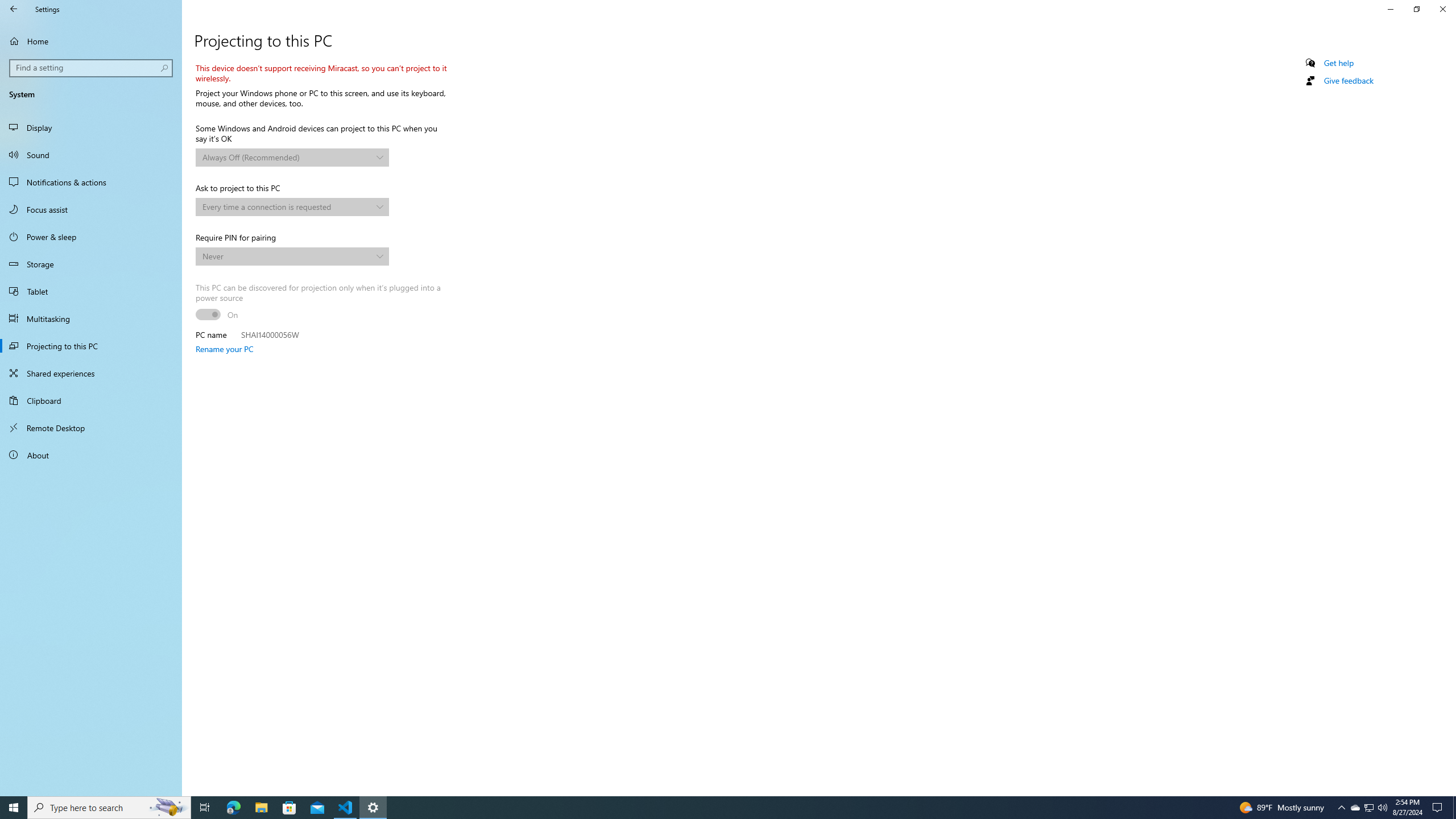 This screenshot has height=819, width=1456. Describe the element at coordinates (292, 206) in the screenshot. I see `'Ask to project to this PC'` at that location.